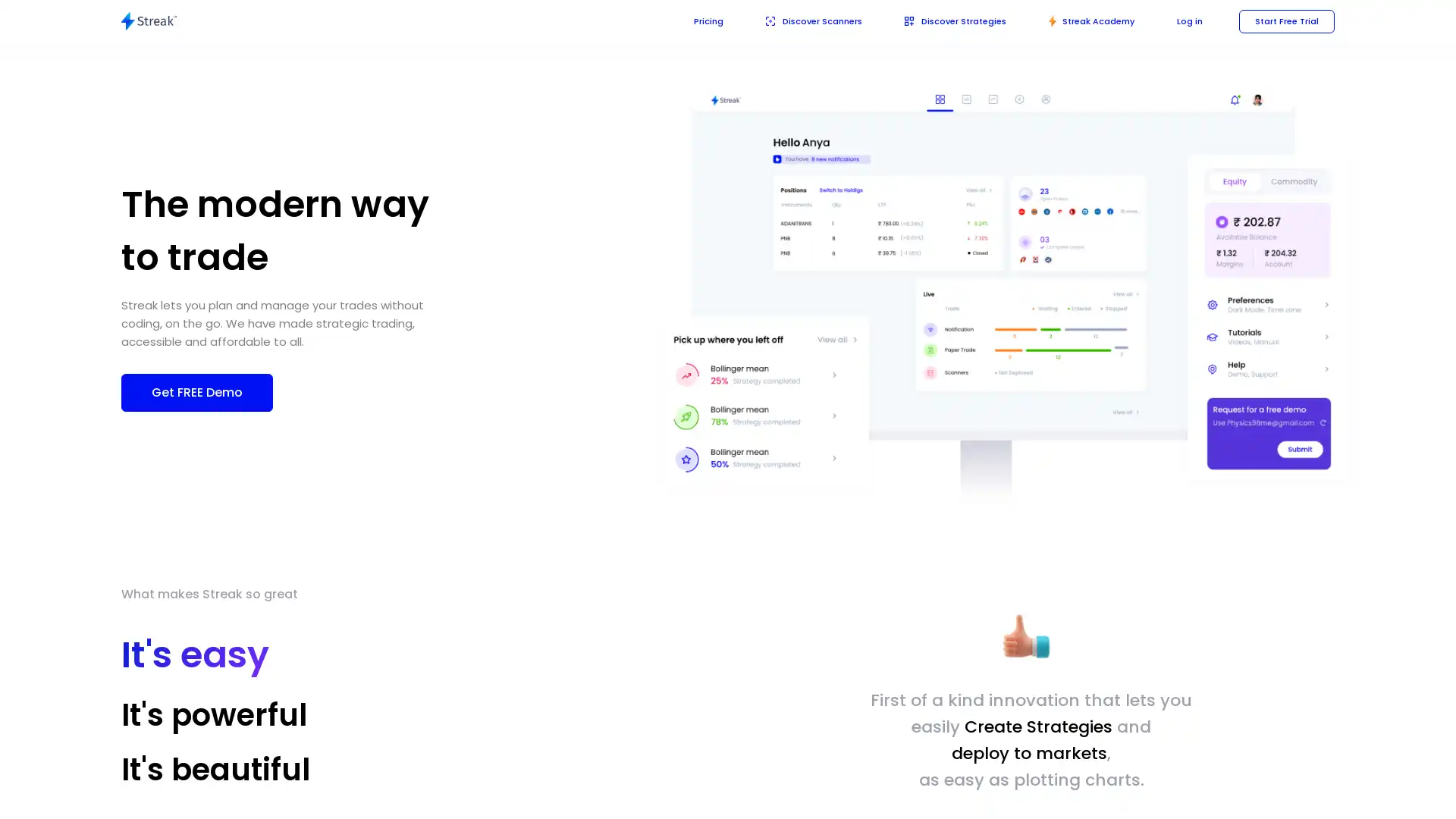  Describe the element at coordinates (1084, 20) in the screenshot. I see `academy Streak Academy` at that location.